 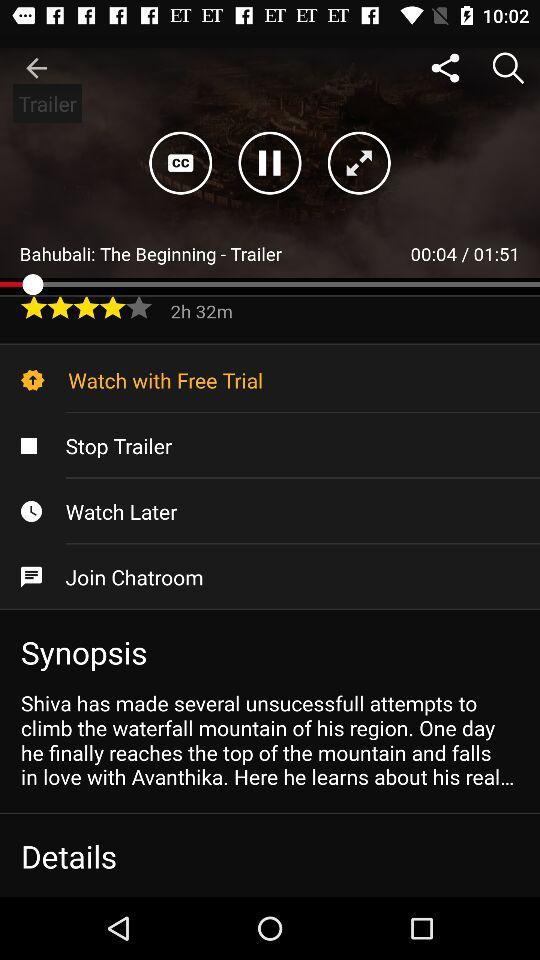 I want to click on the pause icon at the top center of the page, so click(x=270, y=162).